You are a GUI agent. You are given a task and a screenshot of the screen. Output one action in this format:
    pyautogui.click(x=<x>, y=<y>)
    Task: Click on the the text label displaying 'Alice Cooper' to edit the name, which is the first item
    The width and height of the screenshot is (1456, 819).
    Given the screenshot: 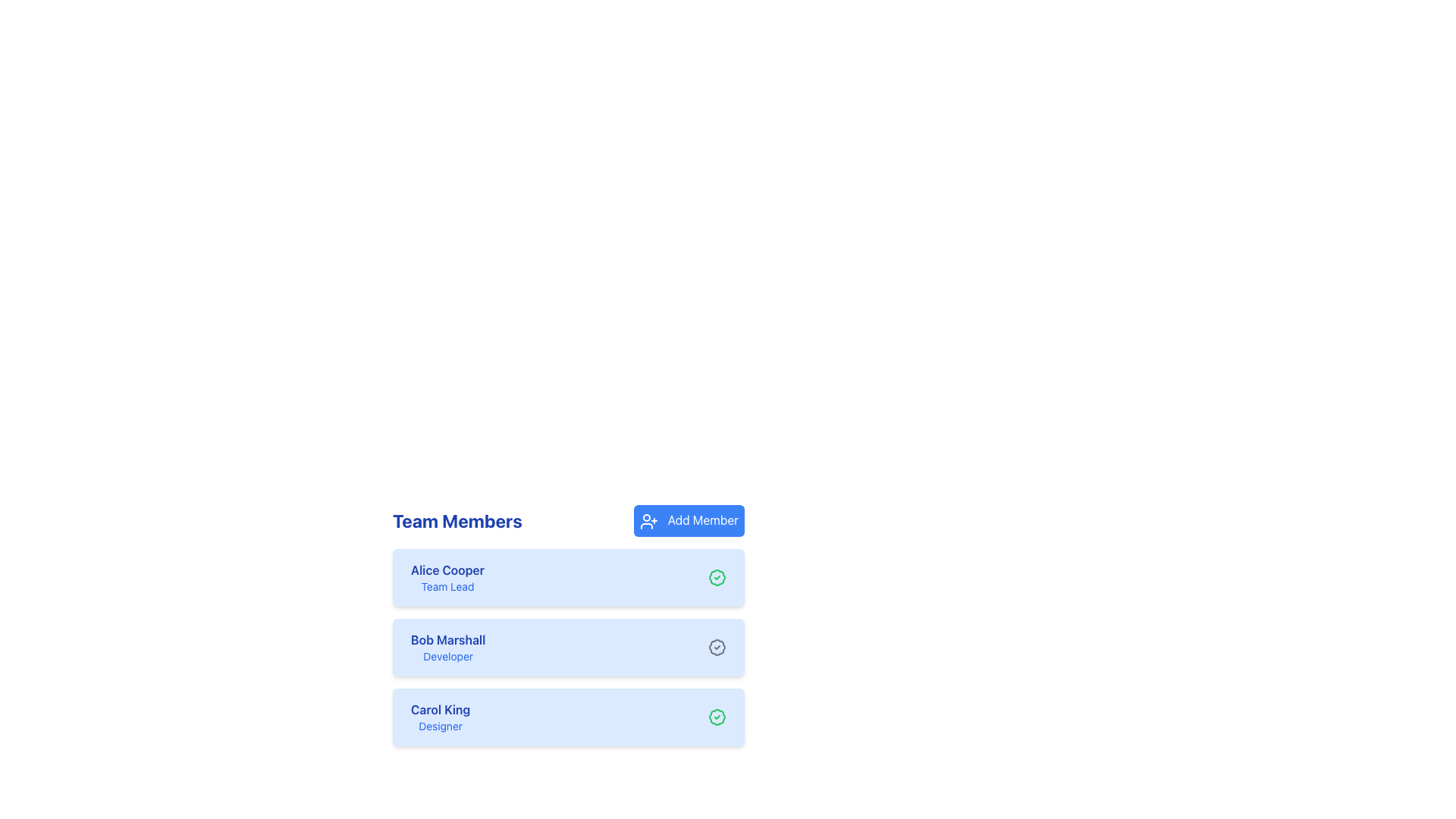 What is the action you would take?
    pyautogui.click(x=447, y=570)
    